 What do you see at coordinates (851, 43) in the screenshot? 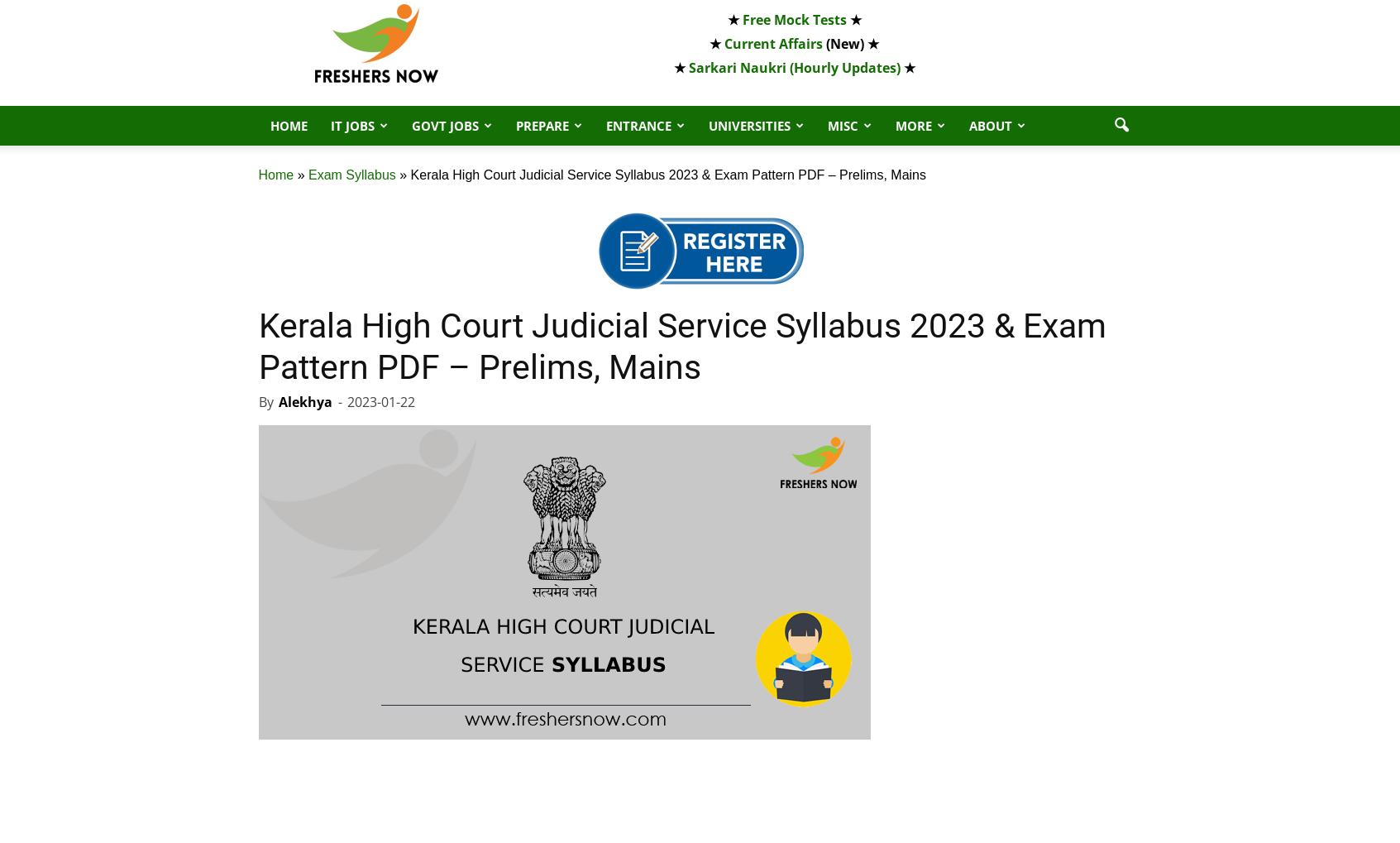
I see `'(New) ★'` at bounding box center [851, 43].